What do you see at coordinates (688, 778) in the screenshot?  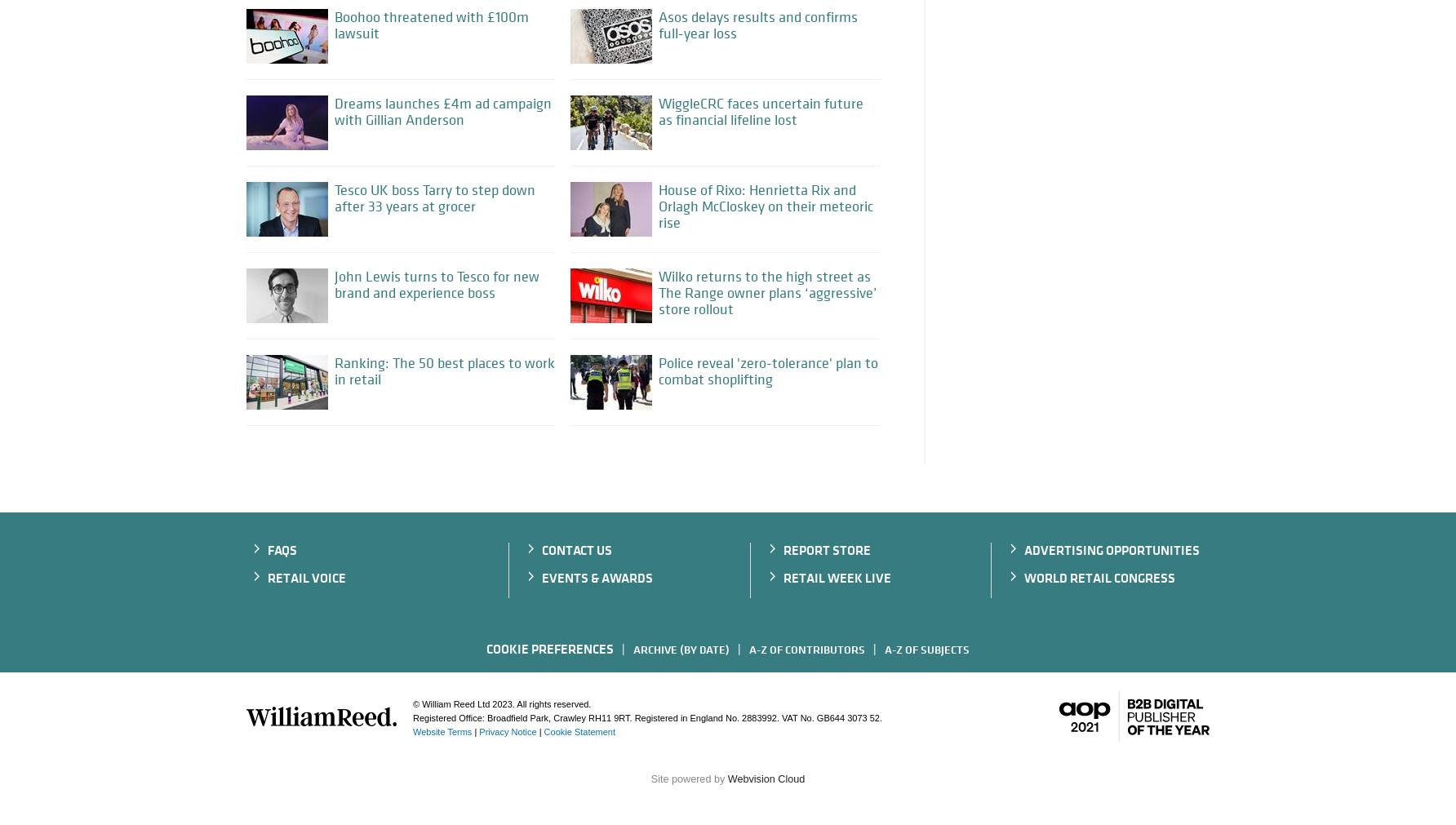 I see `'Site powered by'` at bounding box center [688, 778].